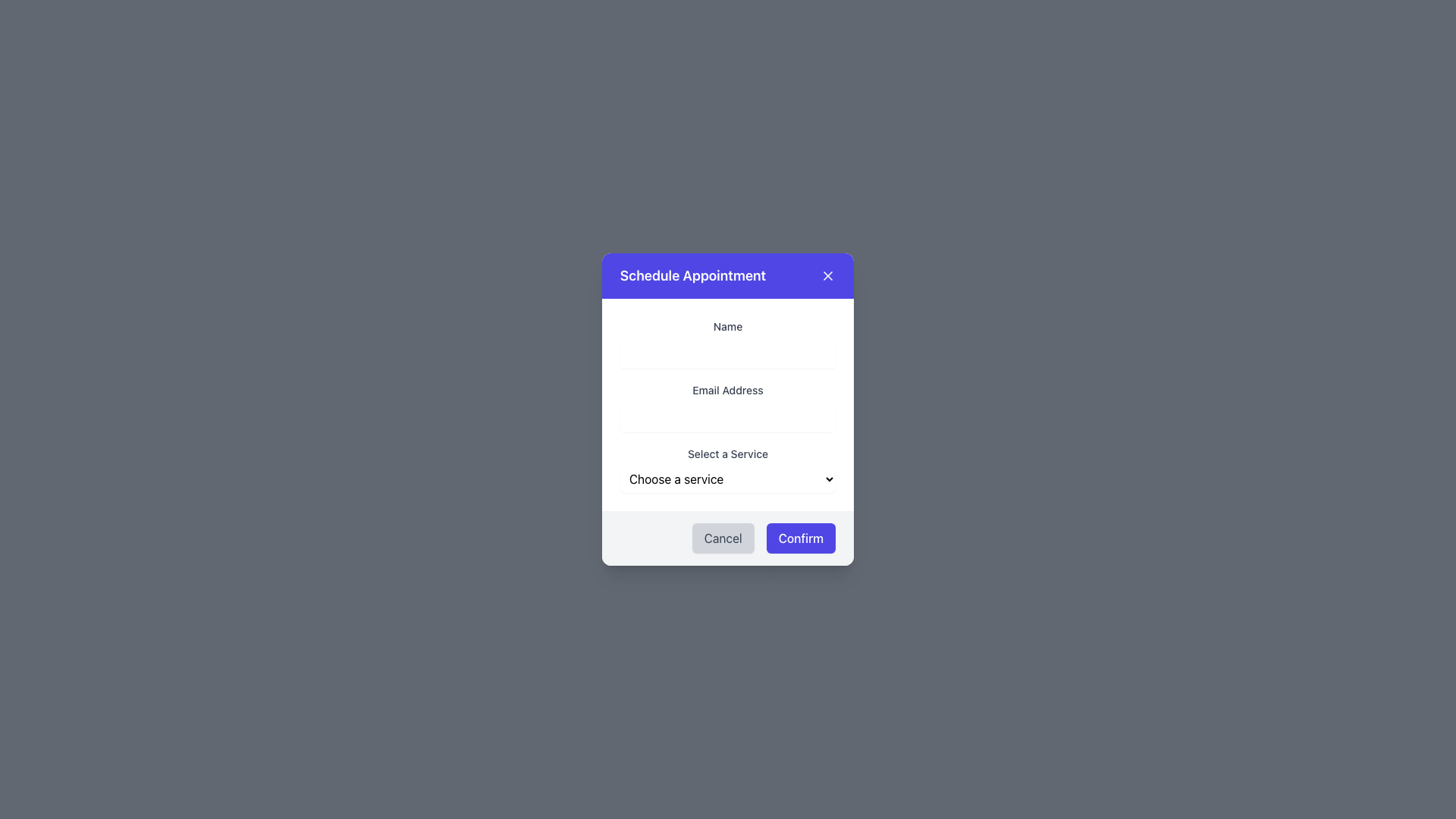  What do you see at coordinates (800, 537) in the screenshot?
I see `the confirm button located at the bottom-right corner of the dialog box to change its background color to dark blue` at bounding box center [800, 537].